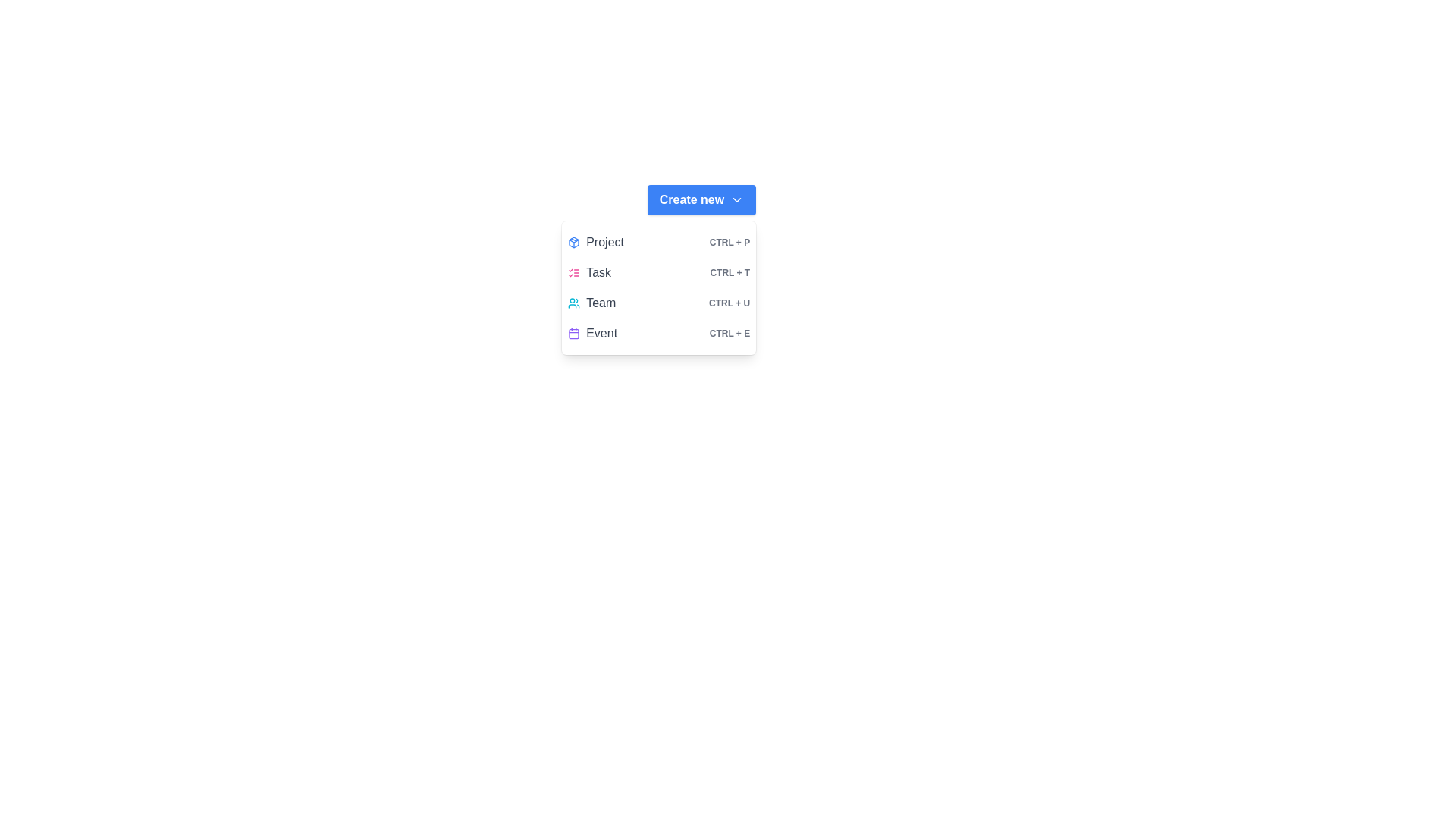 The image size is (1456, 819). What do you see at coordinates (701, 199) in the screenshot?
I see `the 'Create new' button with a blue background and white text, located at the top of the dropdown menu interface` at bounding box center [701, 199].